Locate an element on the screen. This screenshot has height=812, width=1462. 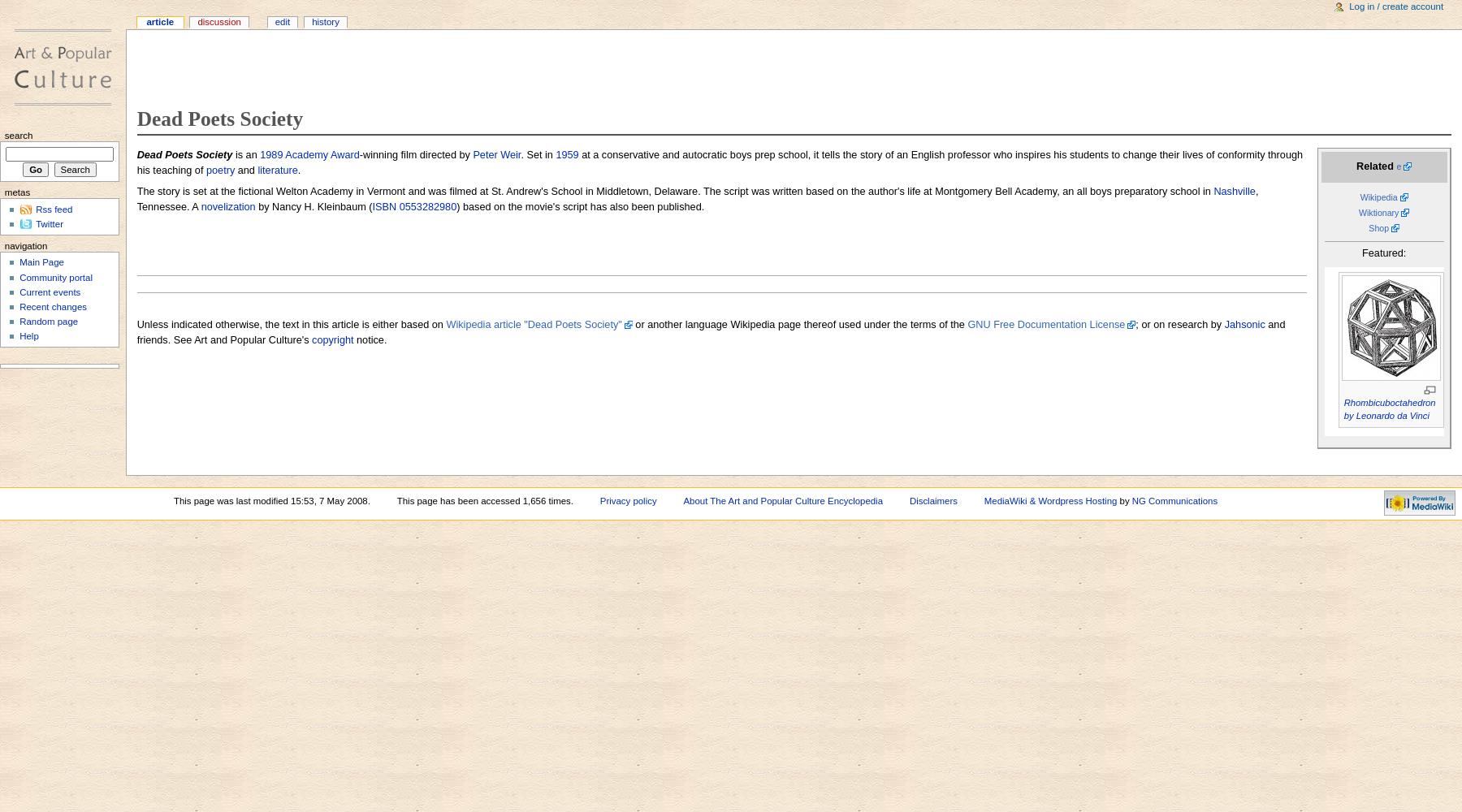
'Help' is located at coordinates (28, 336).